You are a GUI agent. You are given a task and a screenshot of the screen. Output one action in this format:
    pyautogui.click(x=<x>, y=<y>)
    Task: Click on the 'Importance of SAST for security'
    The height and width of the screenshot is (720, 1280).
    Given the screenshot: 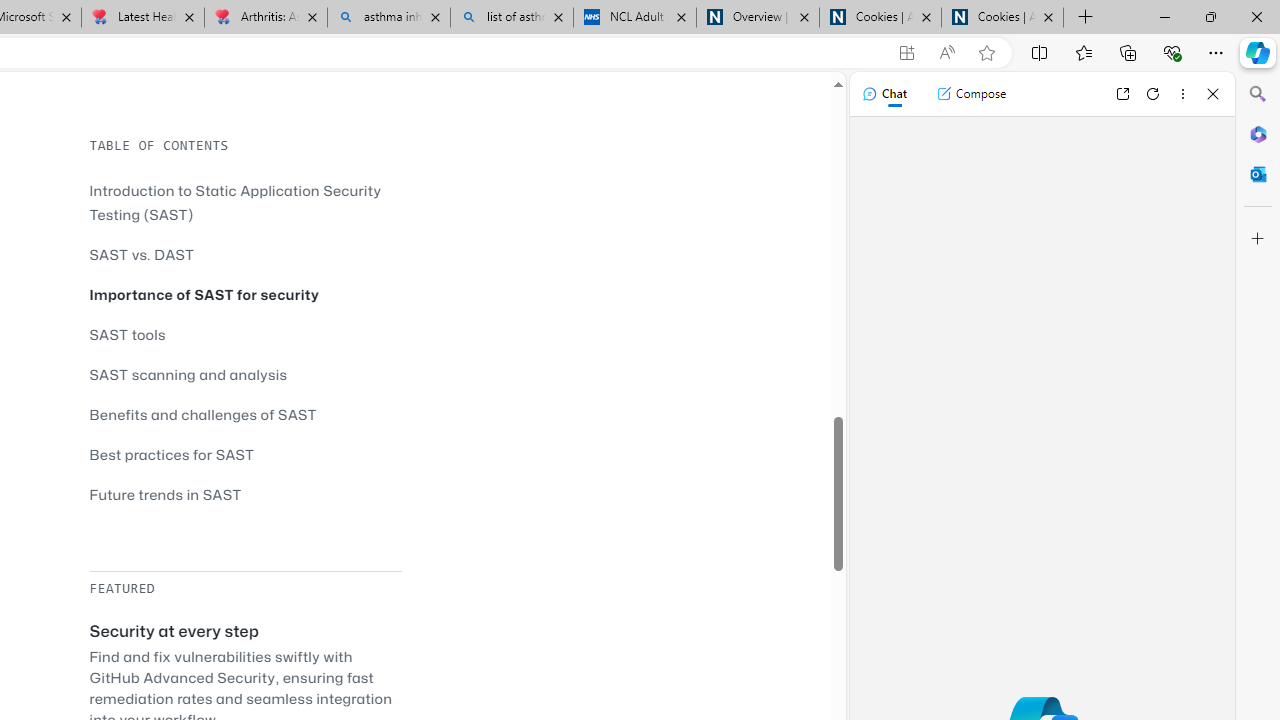 What is the action you would take?
    pyautogui.click(x=204, y=294)
    